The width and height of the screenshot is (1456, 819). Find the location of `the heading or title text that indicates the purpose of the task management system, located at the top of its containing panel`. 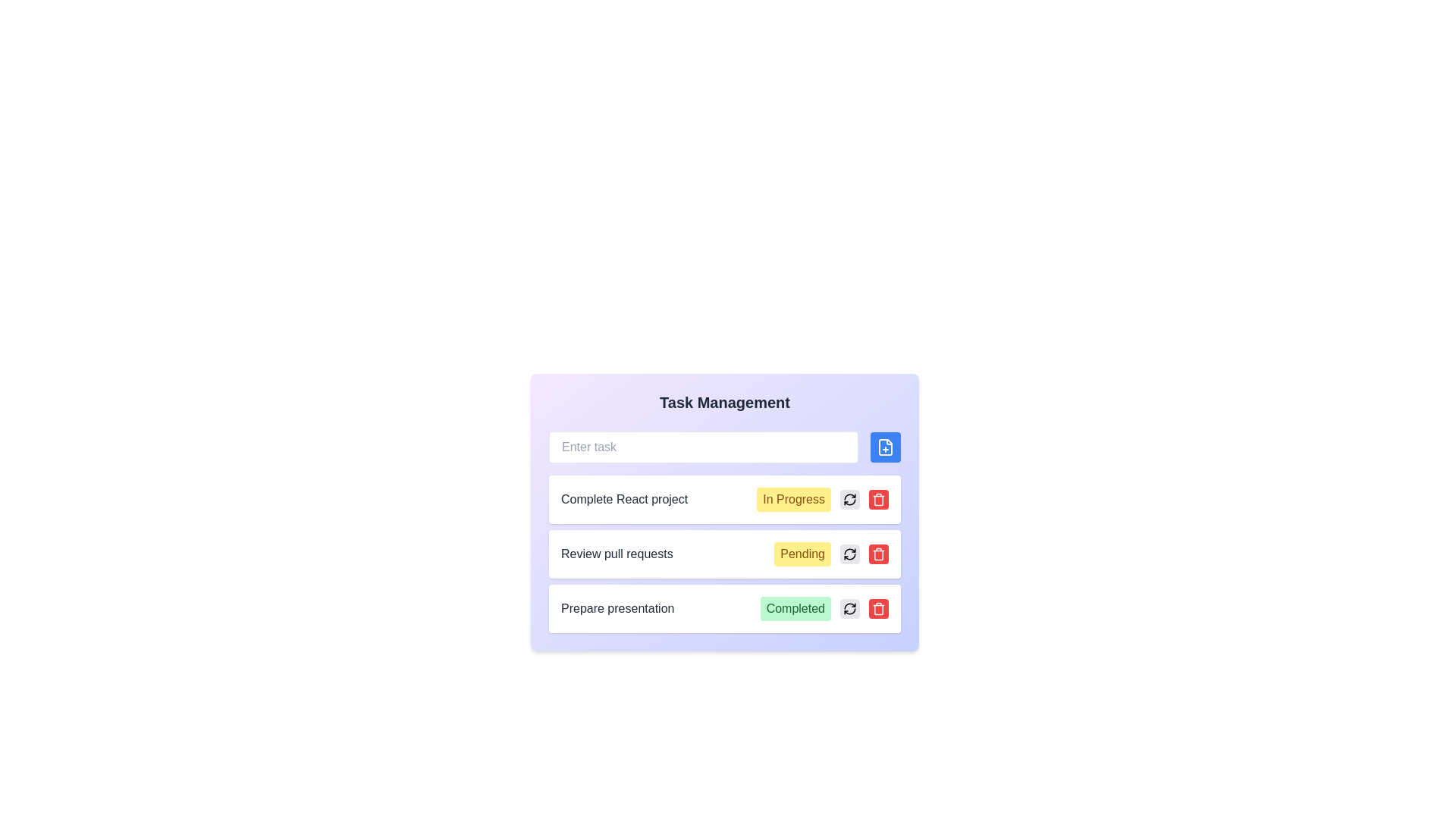

the heading or title text that indicates the purpose of the task management system, located at the top of its containing panel is located at coordinates (723, 402).